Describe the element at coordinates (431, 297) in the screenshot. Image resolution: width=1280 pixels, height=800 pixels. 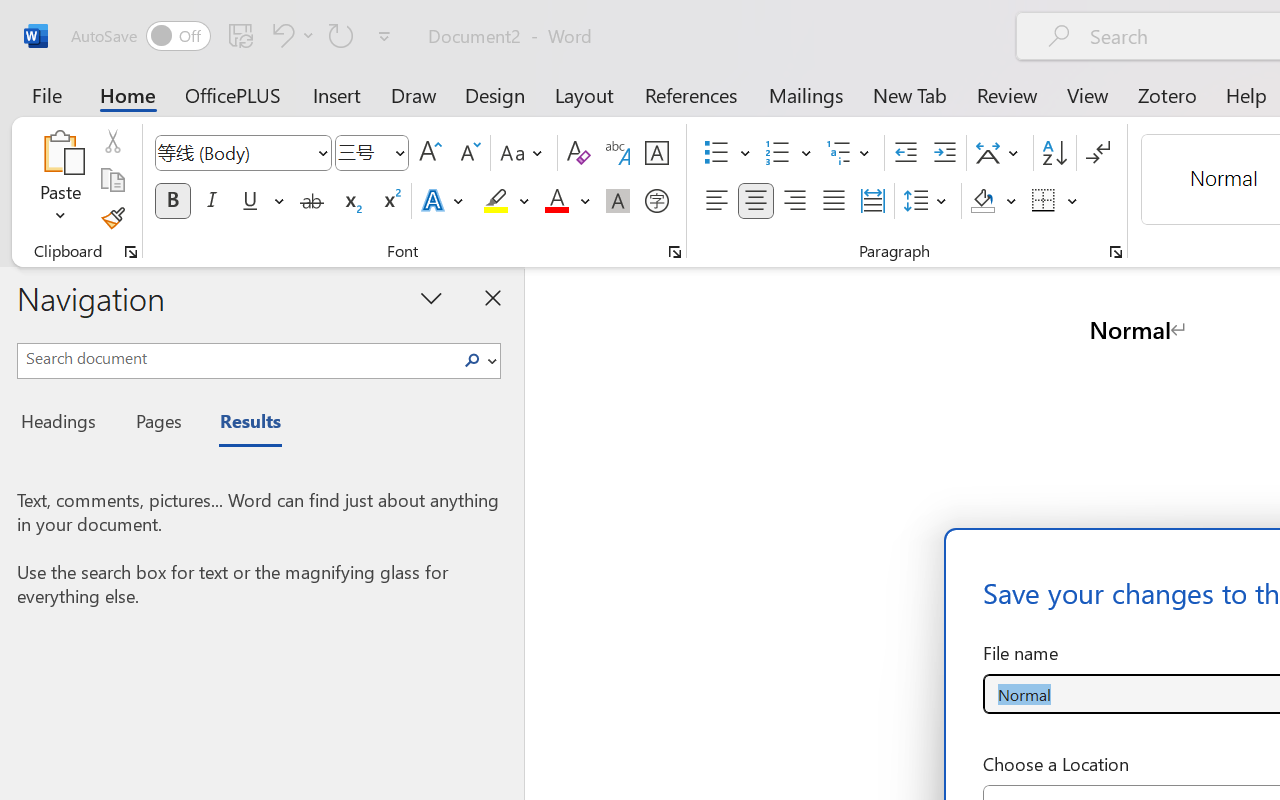
I see `'Task Pane Options'` at that location.